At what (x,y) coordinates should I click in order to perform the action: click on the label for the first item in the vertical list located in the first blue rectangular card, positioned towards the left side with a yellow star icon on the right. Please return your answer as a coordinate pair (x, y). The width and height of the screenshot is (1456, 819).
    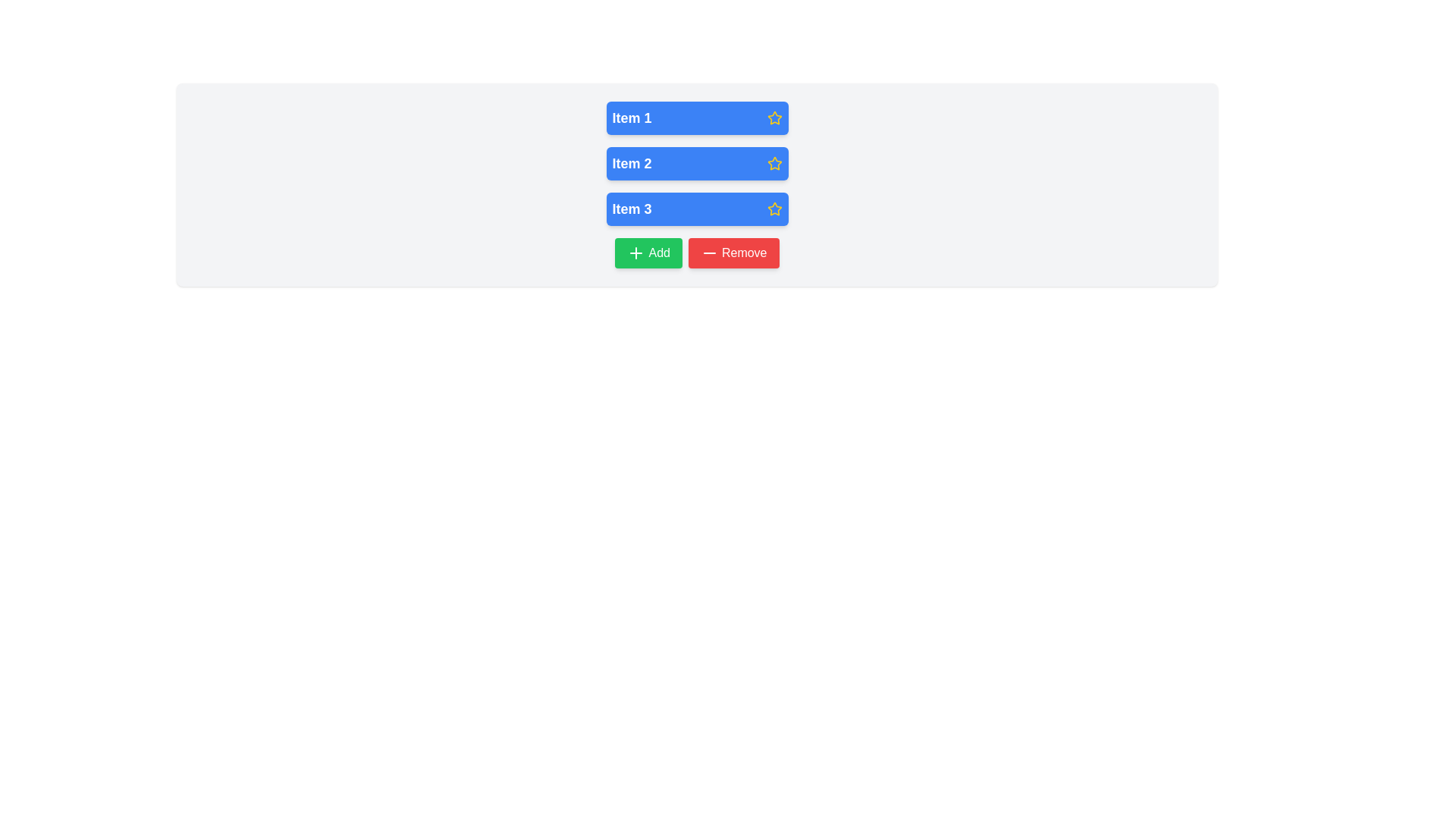
    Looking at the image, I should click on (632, 117).